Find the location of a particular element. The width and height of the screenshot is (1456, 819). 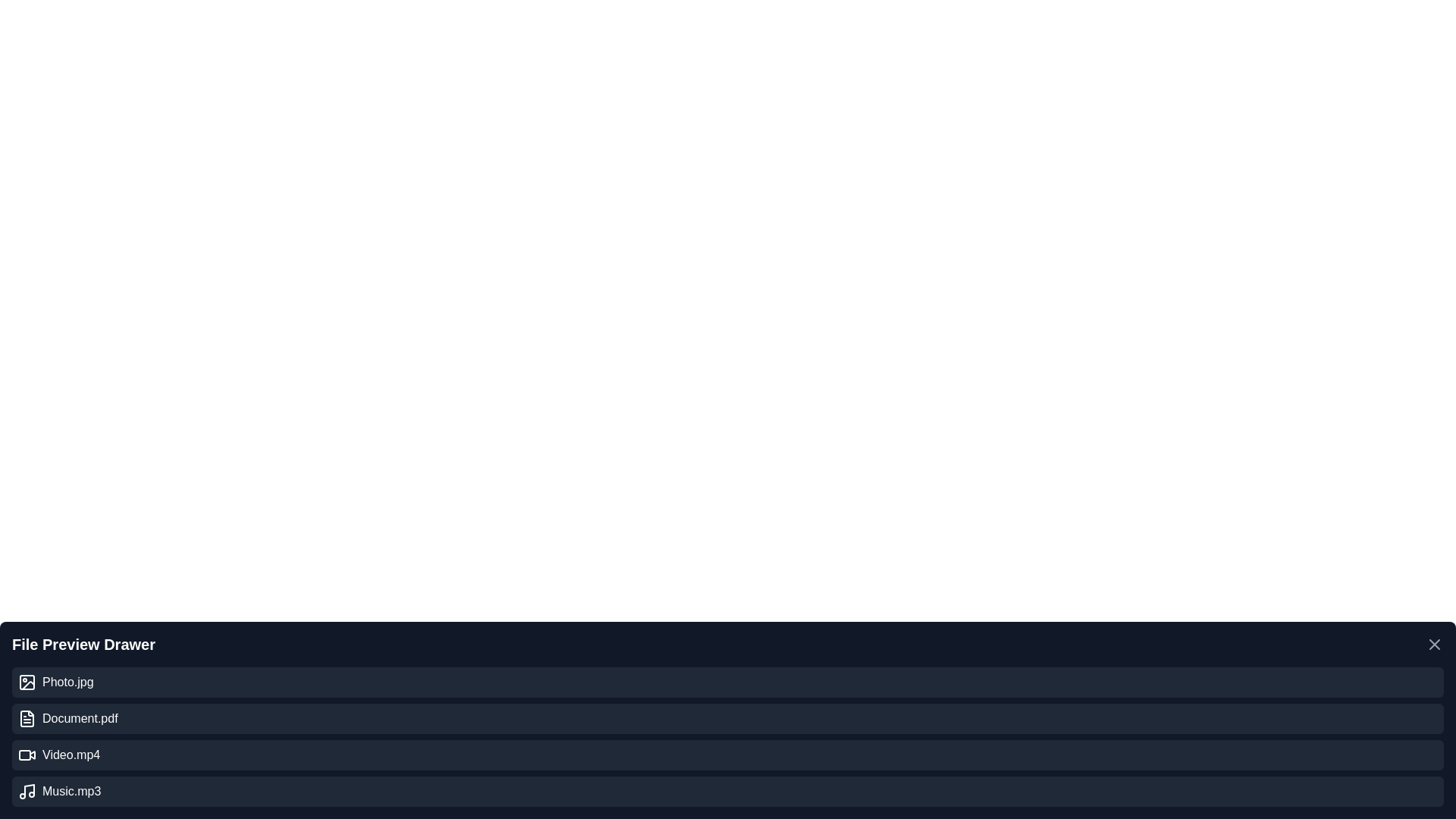

the document icon that represents the file labeled 'Document.pdf' is located at coordinates (27, 718).